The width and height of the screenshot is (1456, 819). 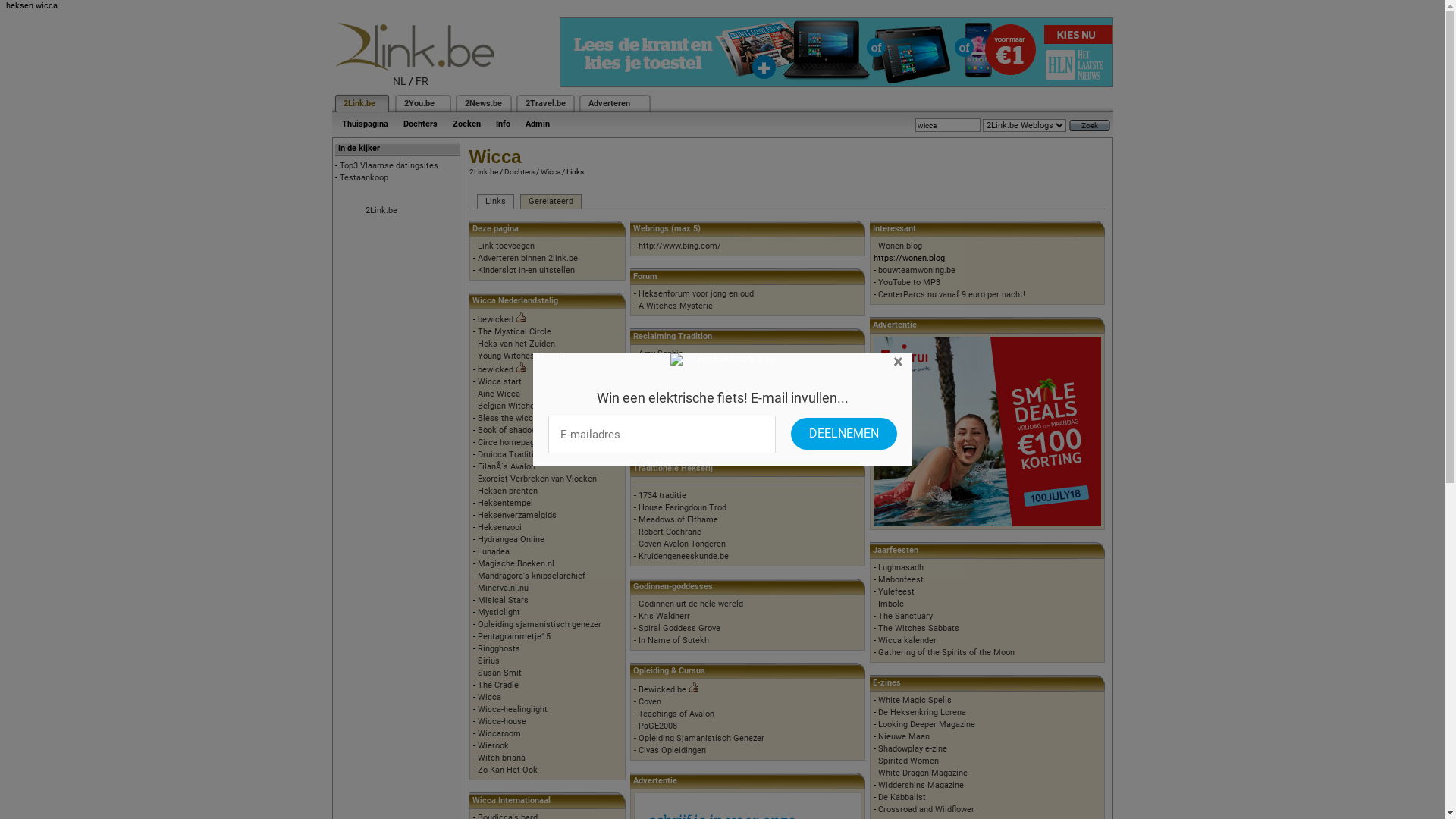 I want to click on 'Imbolc', so click(x=891, y=603).